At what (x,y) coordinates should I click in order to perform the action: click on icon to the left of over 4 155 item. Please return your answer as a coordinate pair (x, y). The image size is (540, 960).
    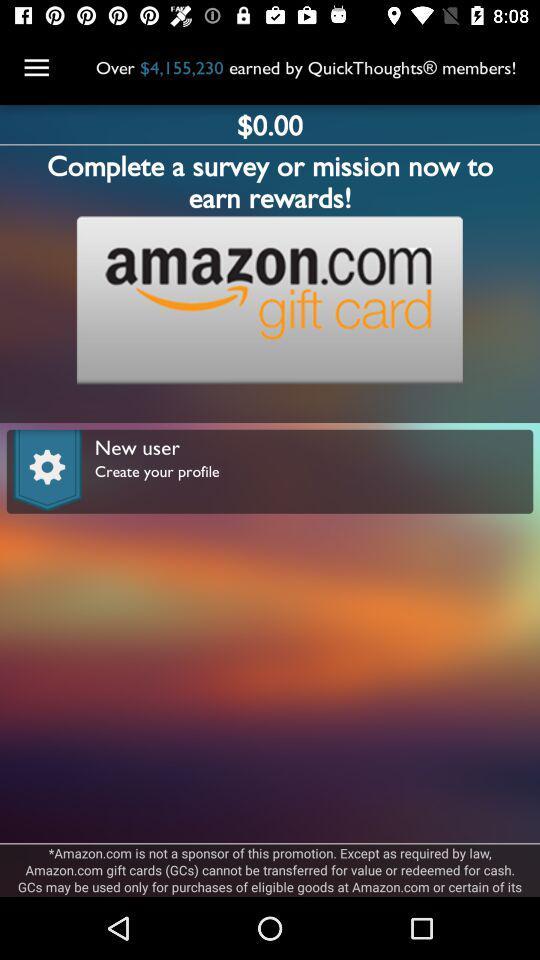
    Looking at the image, I should click on (36, 68).